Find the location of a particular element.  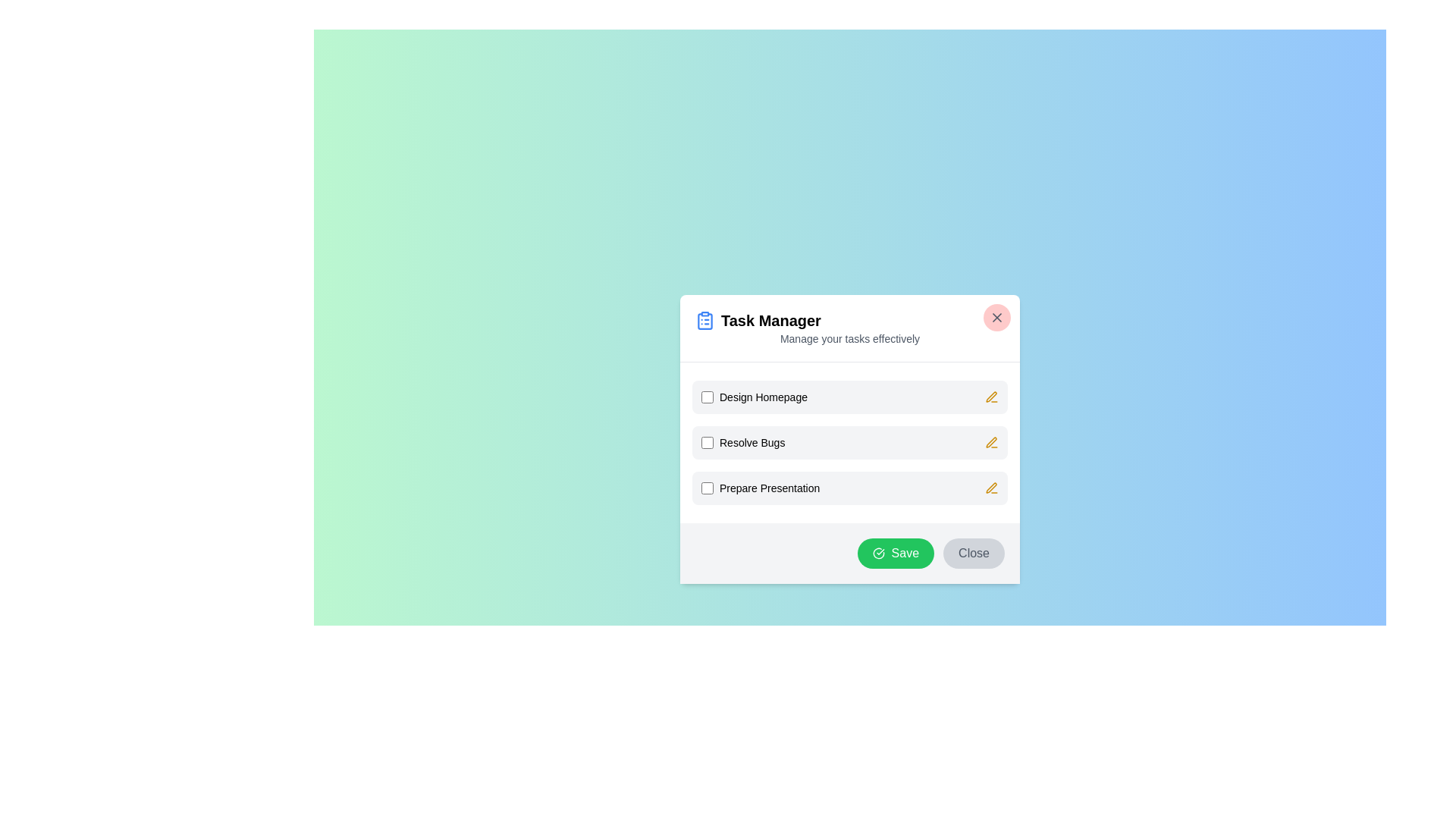

the Section Header titled 'Task Manager' which includes a blue clipboard icon and a subtitle 'Manage your tasks effectively' is located at coordinates (850, 327).